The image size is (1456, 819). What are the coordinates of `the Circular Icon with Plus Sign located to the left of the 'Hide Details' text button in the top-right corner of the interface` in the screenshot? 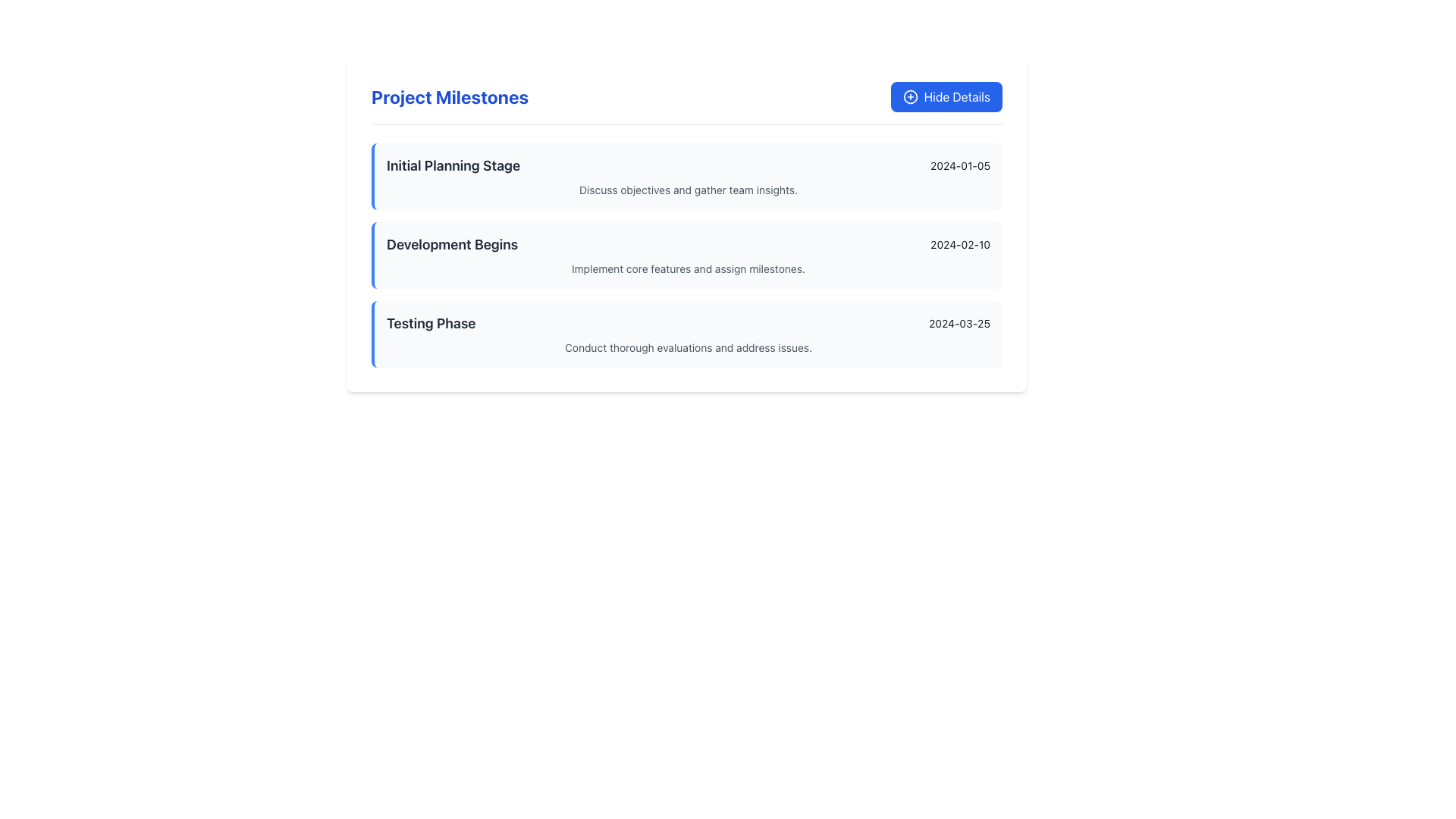 It's located at (910, 96).